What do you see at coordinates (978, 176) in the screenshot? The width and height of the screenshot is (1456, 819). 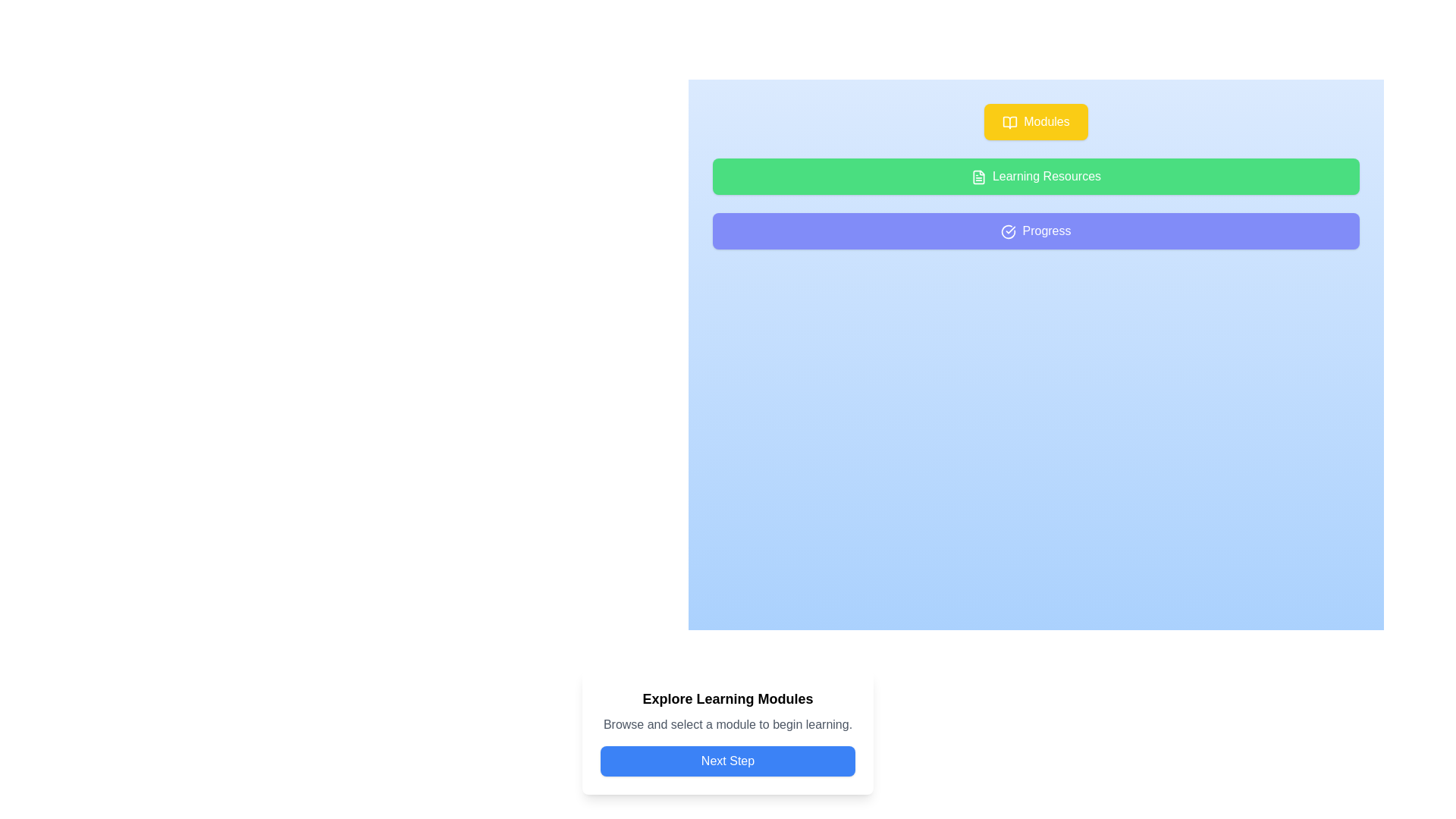 I see `the document icon located to the left of the 'Learning Resources' text within the green button to initiate its action` at bounding box center [978, 176].